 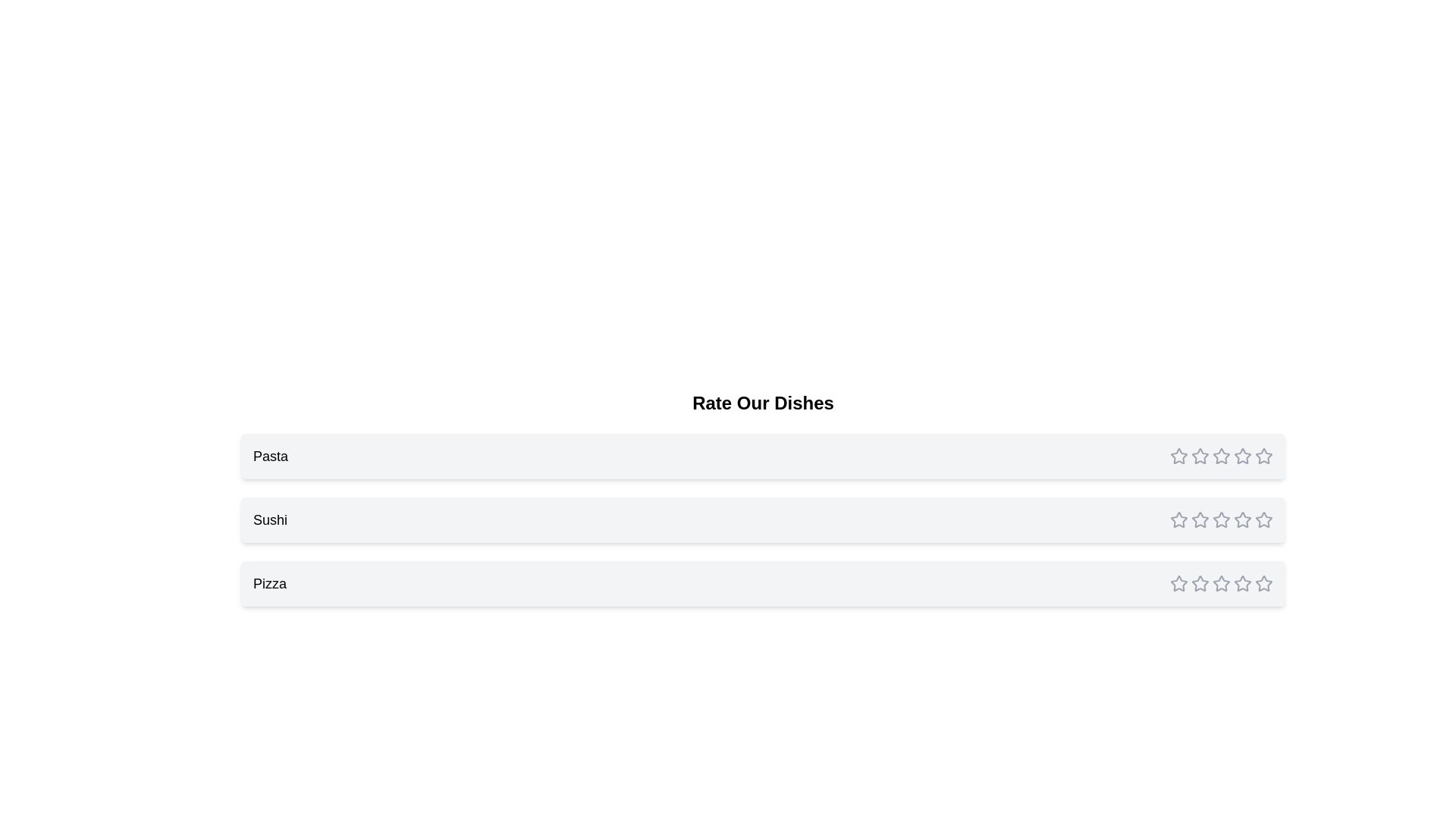 I want to click on the fifth star icon in the horizontal row of rating stars corresponding to the 'Sushi' category, so click(x=1263, y=519).